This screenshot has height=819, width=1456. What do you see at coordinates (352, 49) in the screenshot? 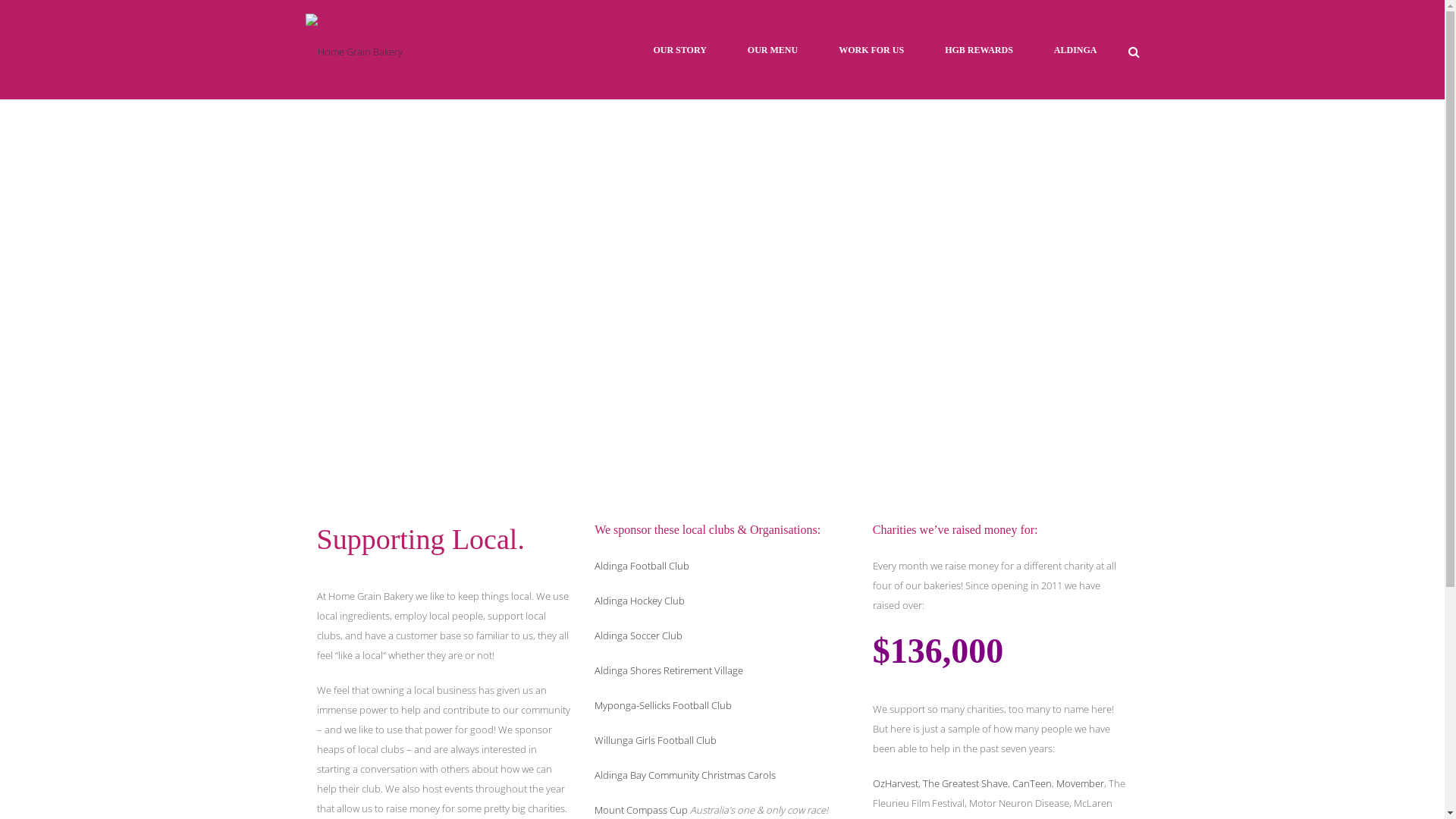
I see `'Home Grain Bakery'` at bounding box center [352, 49].